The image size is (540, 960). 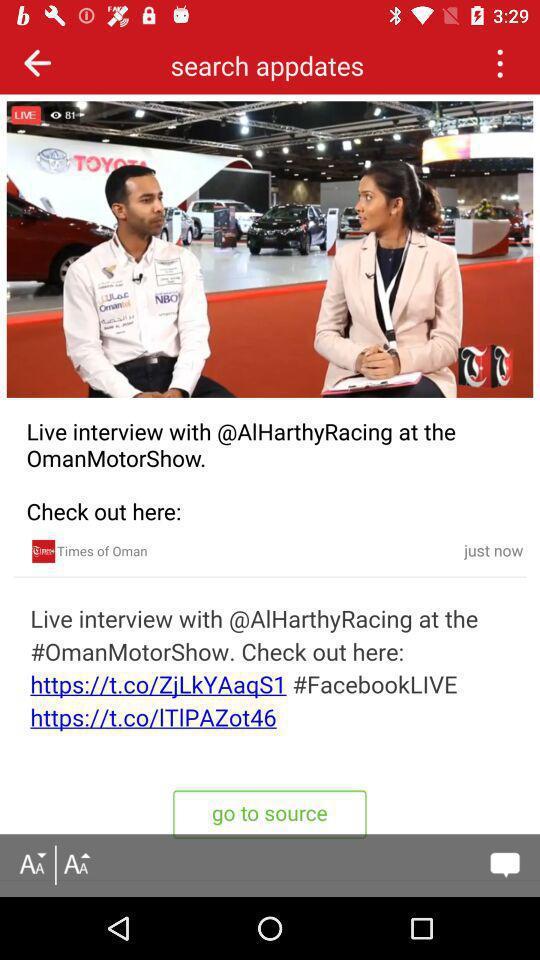 What do you see at coordinates (44, 551) in the screenshot?
I see `the image which is to the immediate left of times of oman` at bounding box center [44, 551].